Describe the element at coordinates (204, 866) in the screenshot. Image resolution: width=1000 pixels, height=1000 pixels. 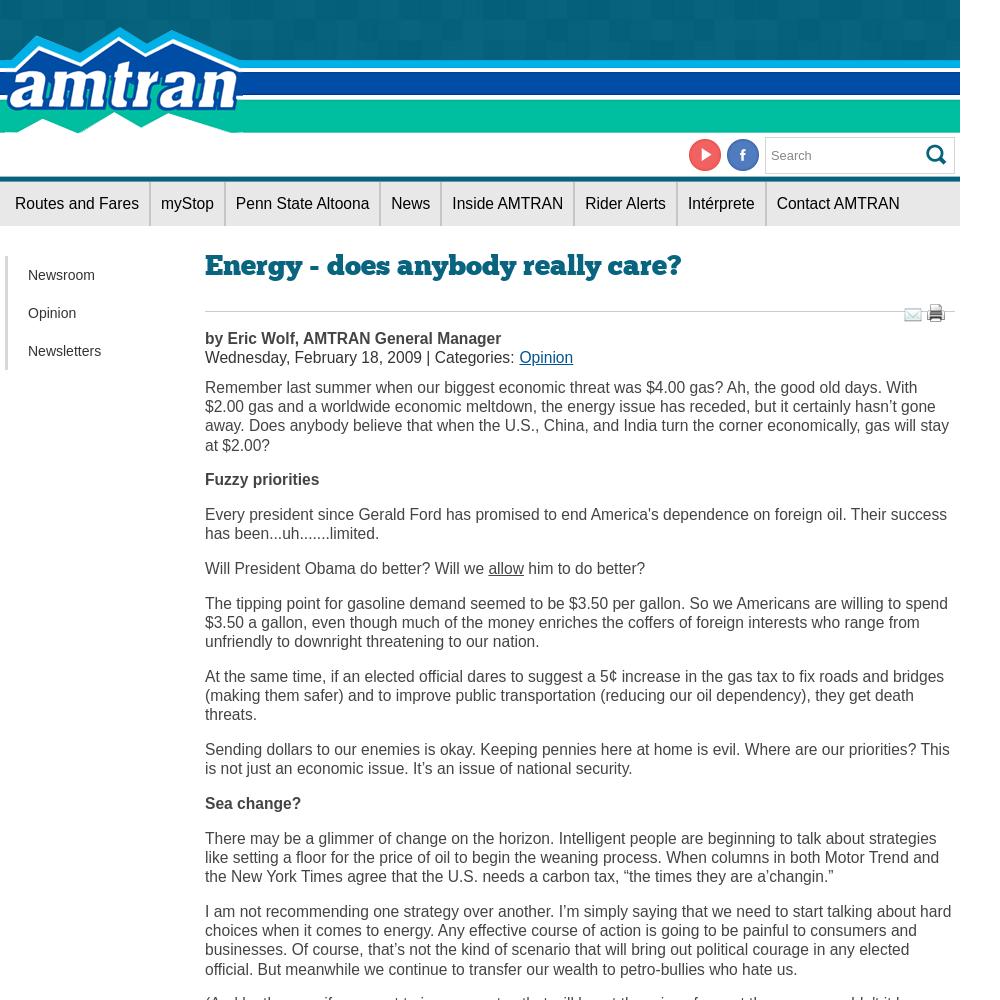
I see `'and the'` at that location.